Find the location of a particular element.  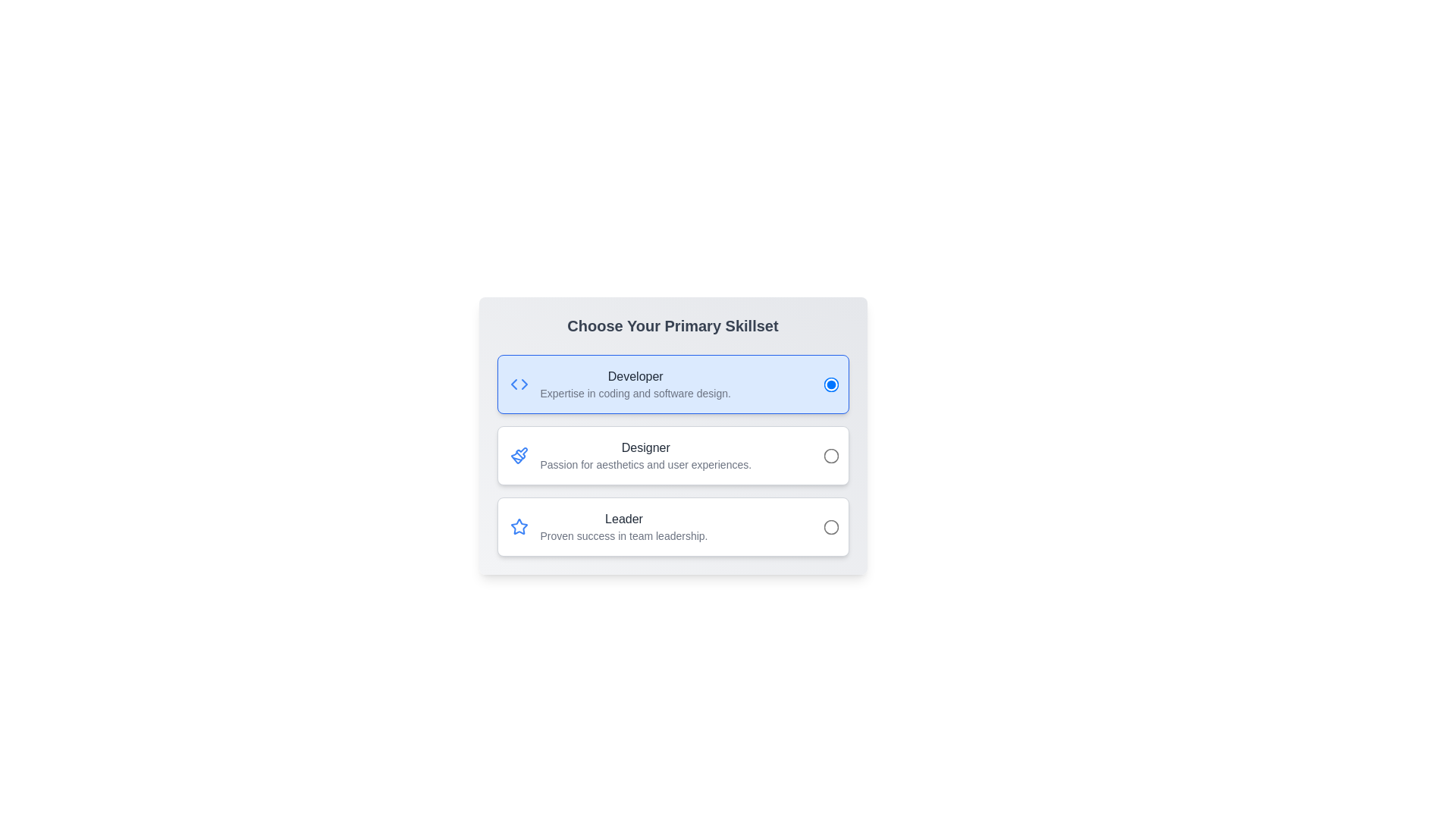

the descriptive text element displaying 'Passion for aesthetics and user experiences.' located below the 'Designer' text in the skill option list is located at coordinates (645, 464).